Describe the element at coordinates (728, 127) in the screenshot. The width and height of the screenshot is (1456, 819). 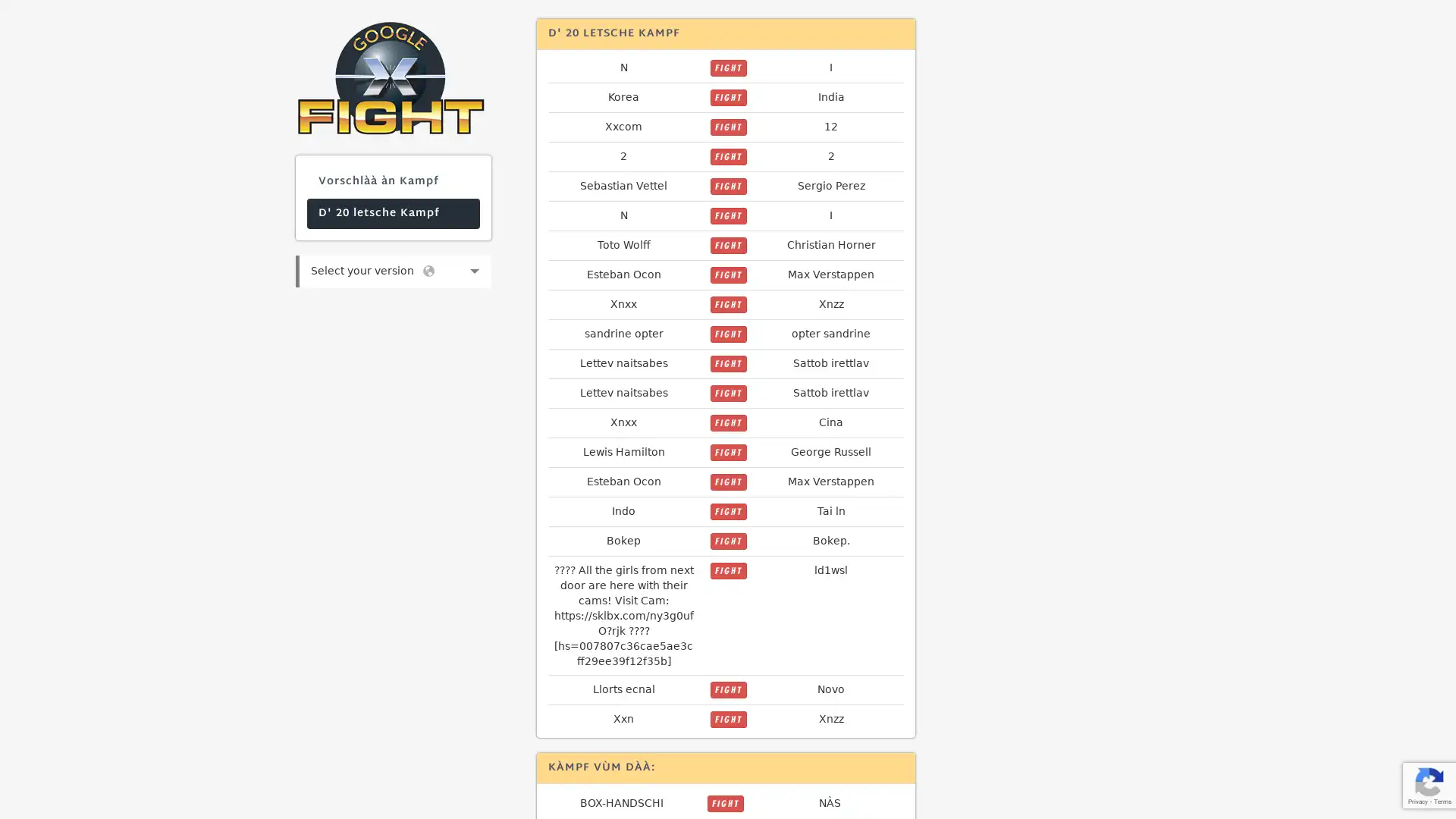
I see `FIGHT` at that location.